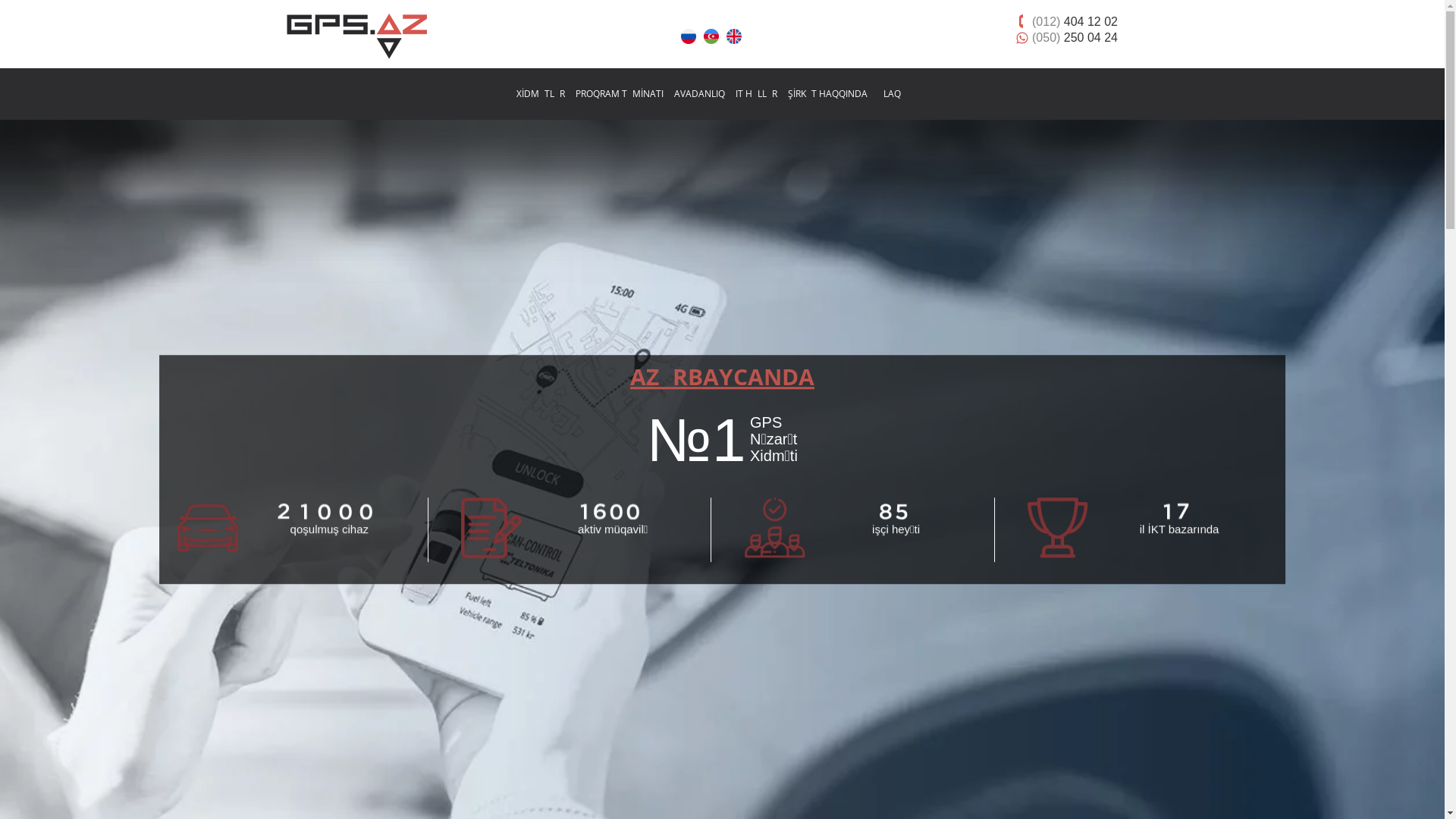  What do you see at coordinates (1015, 36) in the screenshot?
I see `'(050) 250 04 24'` at bounding box center [1015, 36].